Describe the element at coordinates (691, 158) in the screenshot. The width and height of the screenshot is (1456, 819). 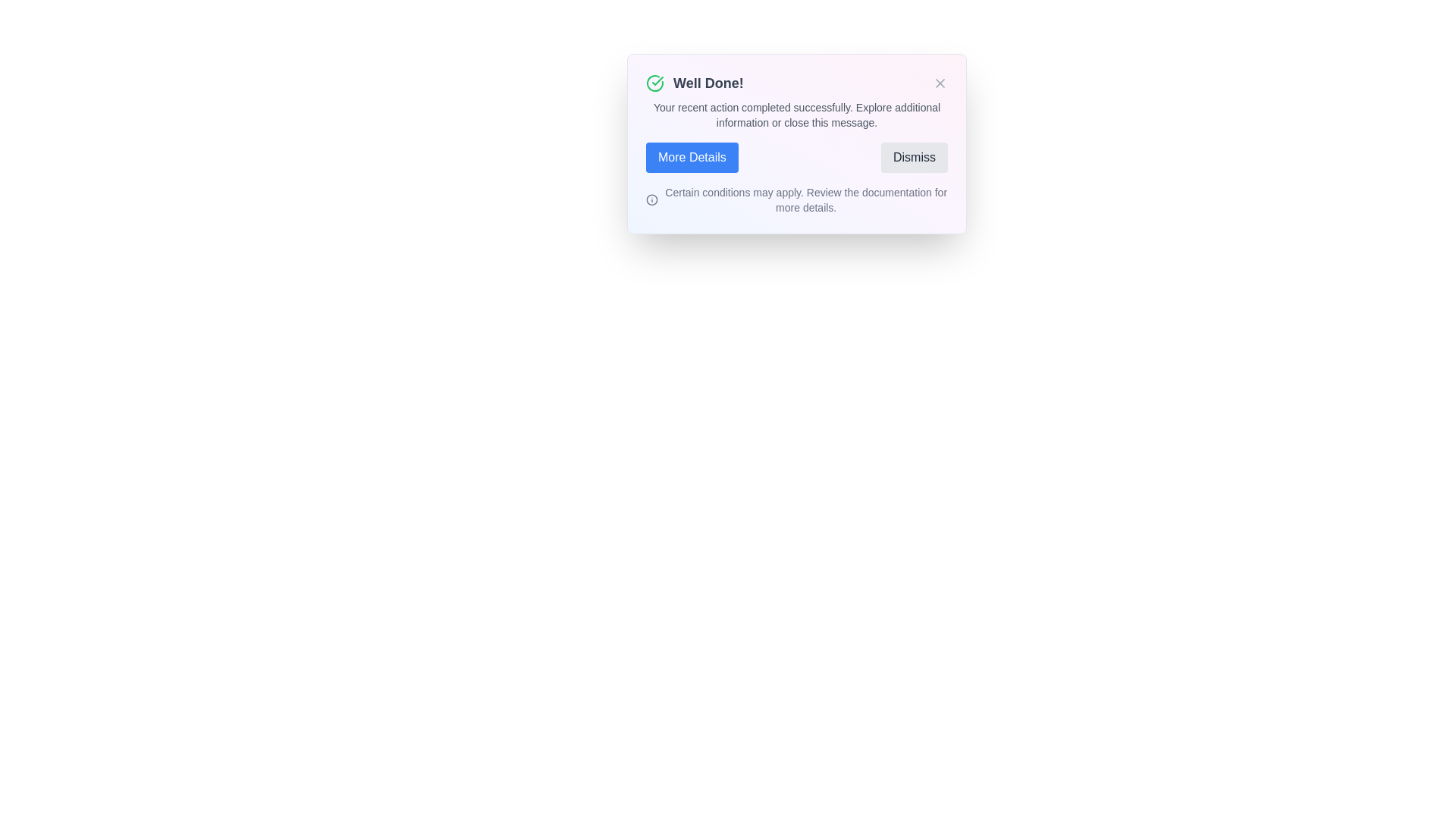
I see `the element with More Details` at that location.